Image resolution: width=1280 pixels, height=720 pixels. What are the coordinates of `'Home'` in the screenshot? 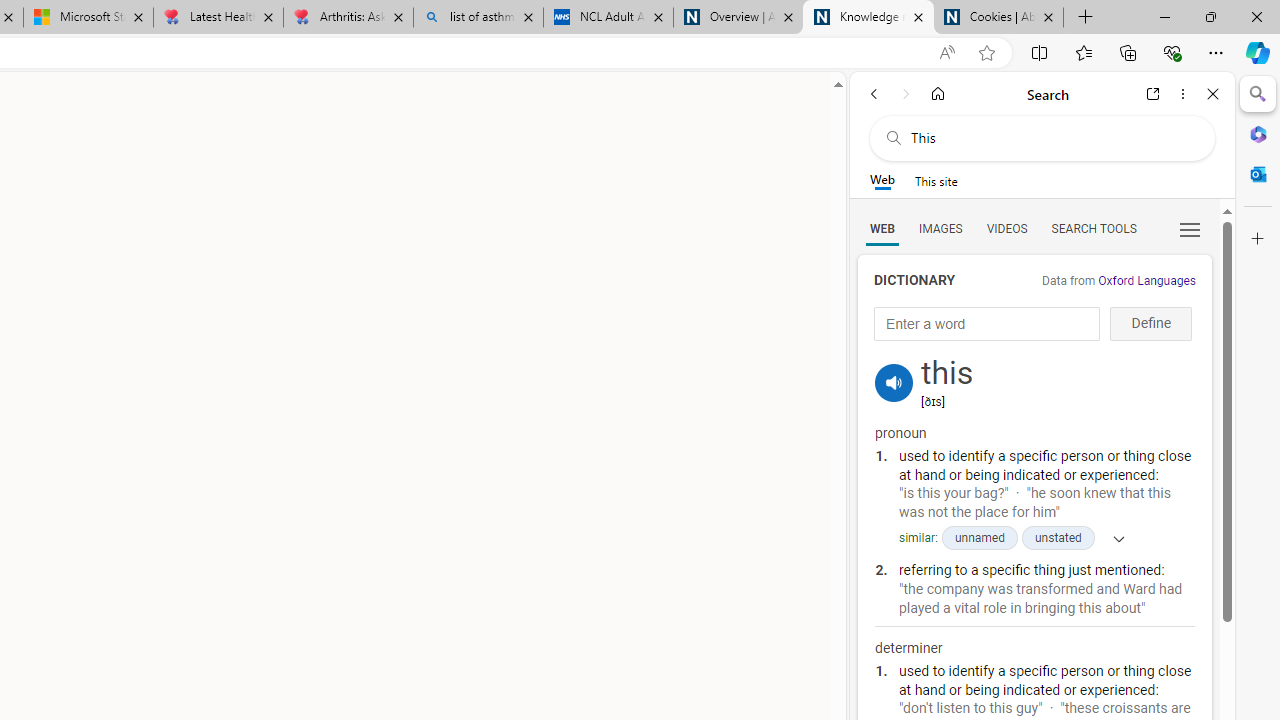 It's located at (937, 93).